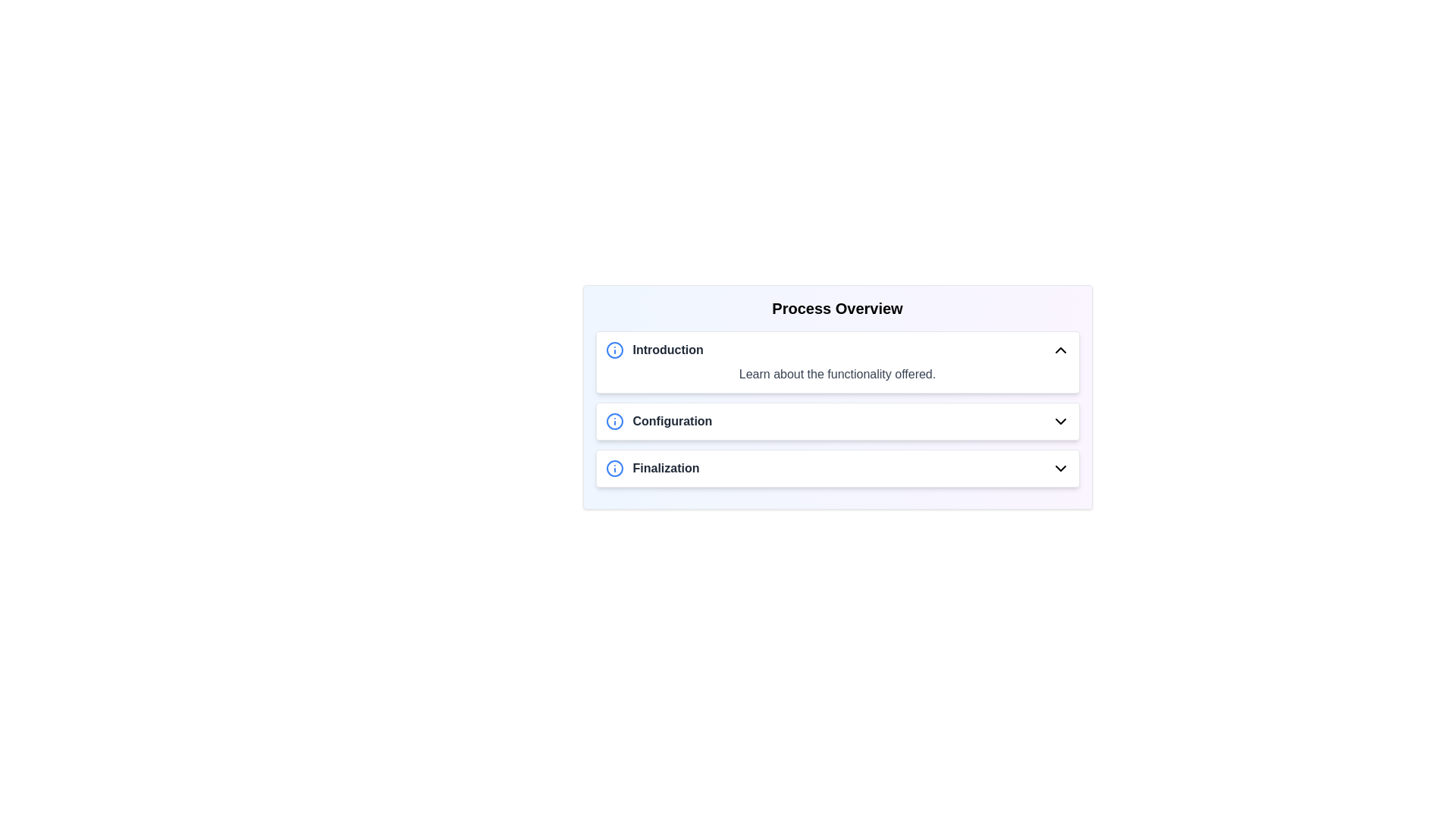  I want to click on the circular icon associated with the 'Introduction' label located at the top of the process overview panel, so click(614, 350).